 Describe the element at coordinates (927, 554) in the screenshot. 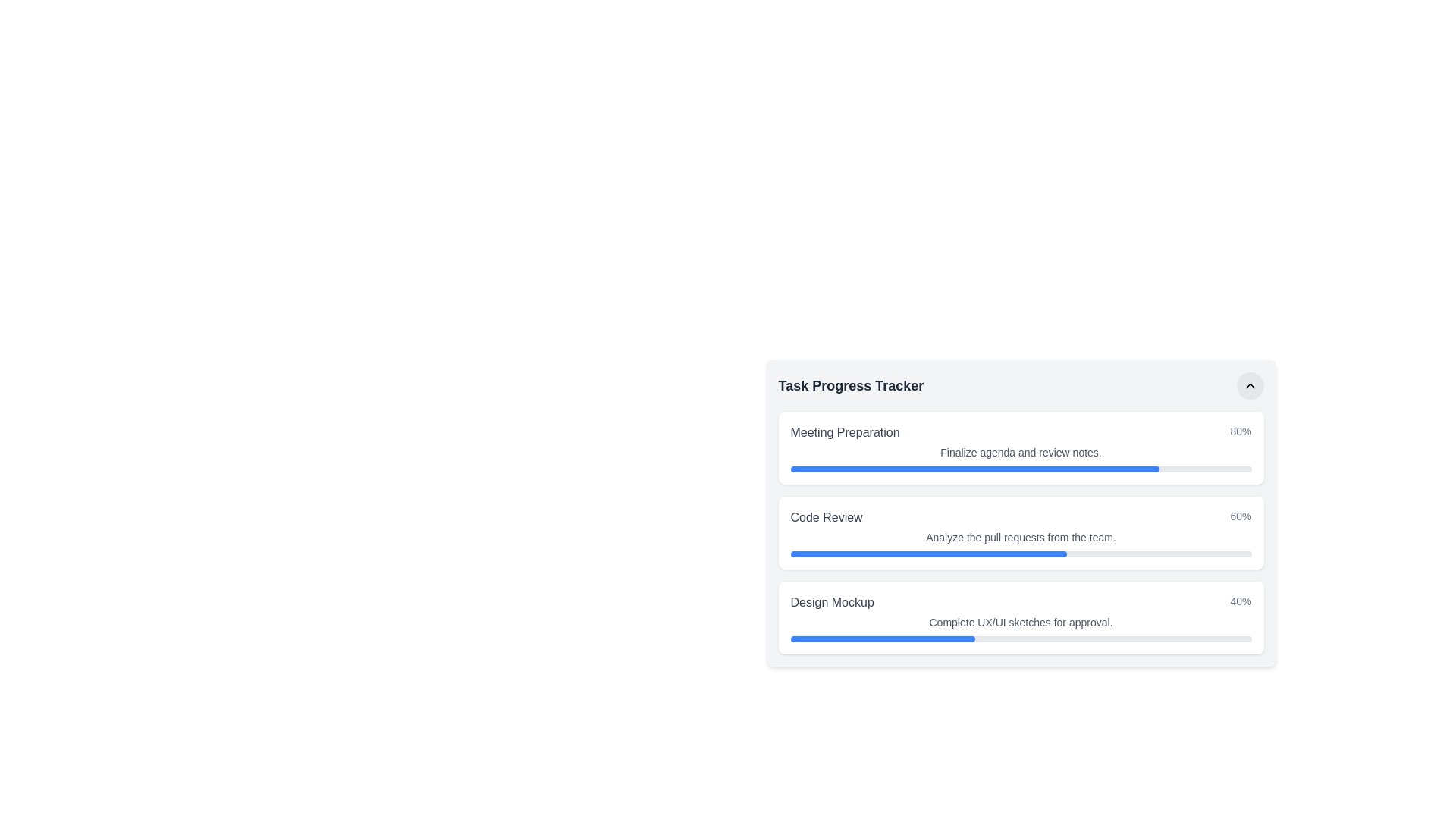

I see `the blue progress bar indicating 60% completion within the gray background bar in the 'Task Progress Tracker' section labeled 'Code Review'` at that location.